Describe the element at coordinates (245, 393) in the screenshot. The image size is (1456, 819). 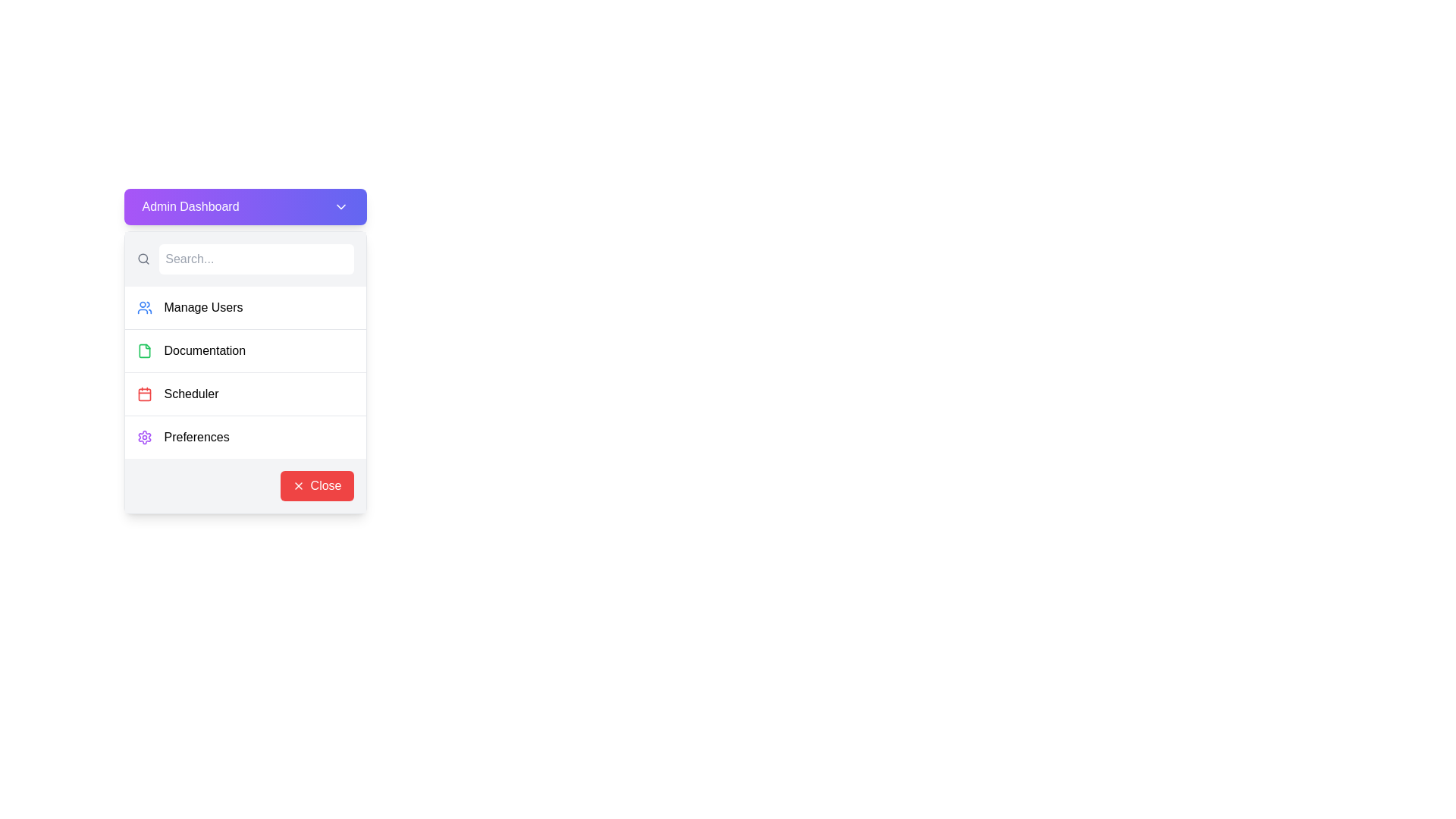
I see `the 'Scheduler' menu item, which is the third option in the vertical menu list` at that location.